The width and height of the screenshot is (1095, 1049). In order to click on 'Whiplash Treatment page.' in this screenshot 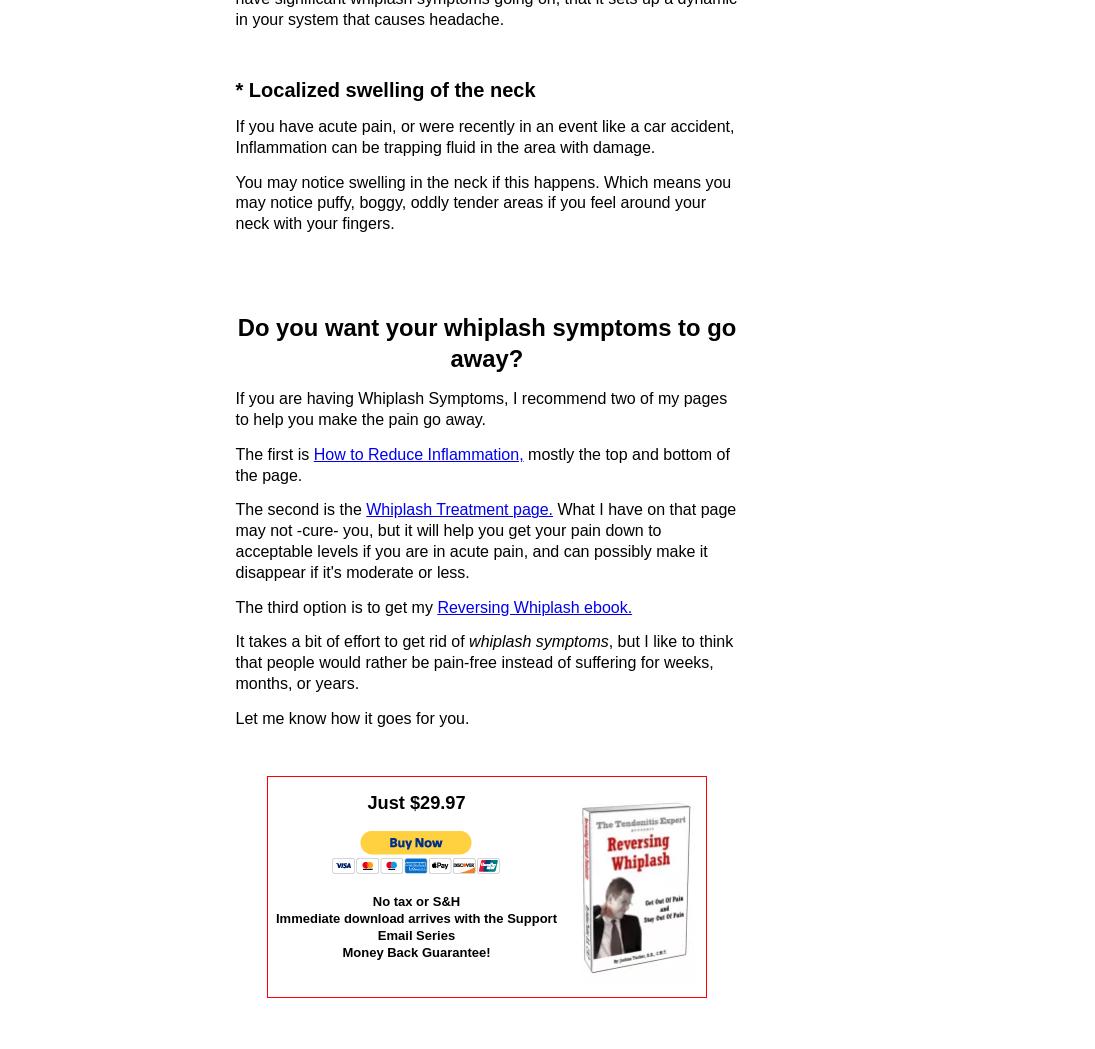, I will do `click(458, 508)`.